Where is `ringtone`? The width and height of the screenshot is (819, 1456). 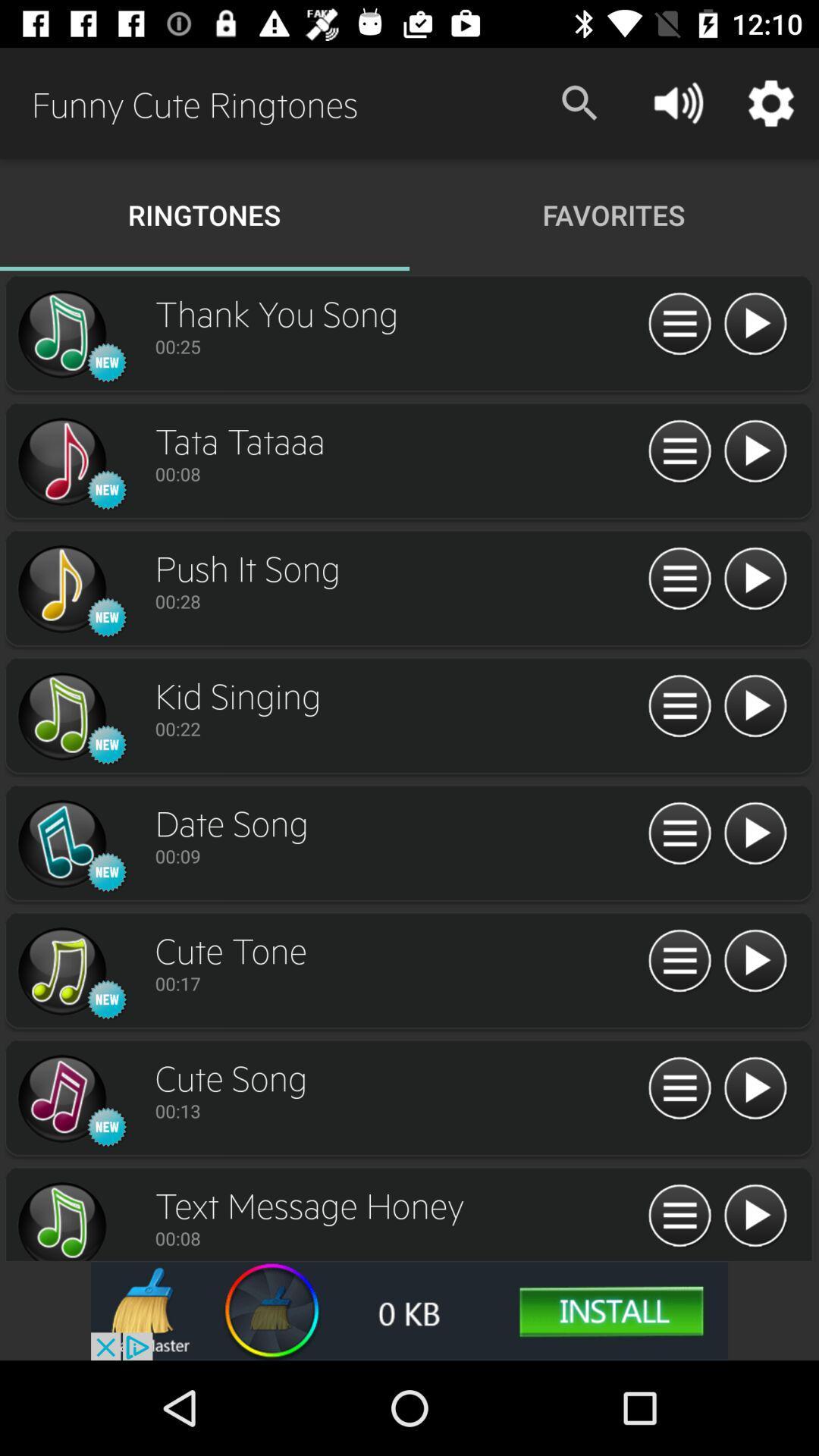 ringtone is located at coordinates (755, 1216).